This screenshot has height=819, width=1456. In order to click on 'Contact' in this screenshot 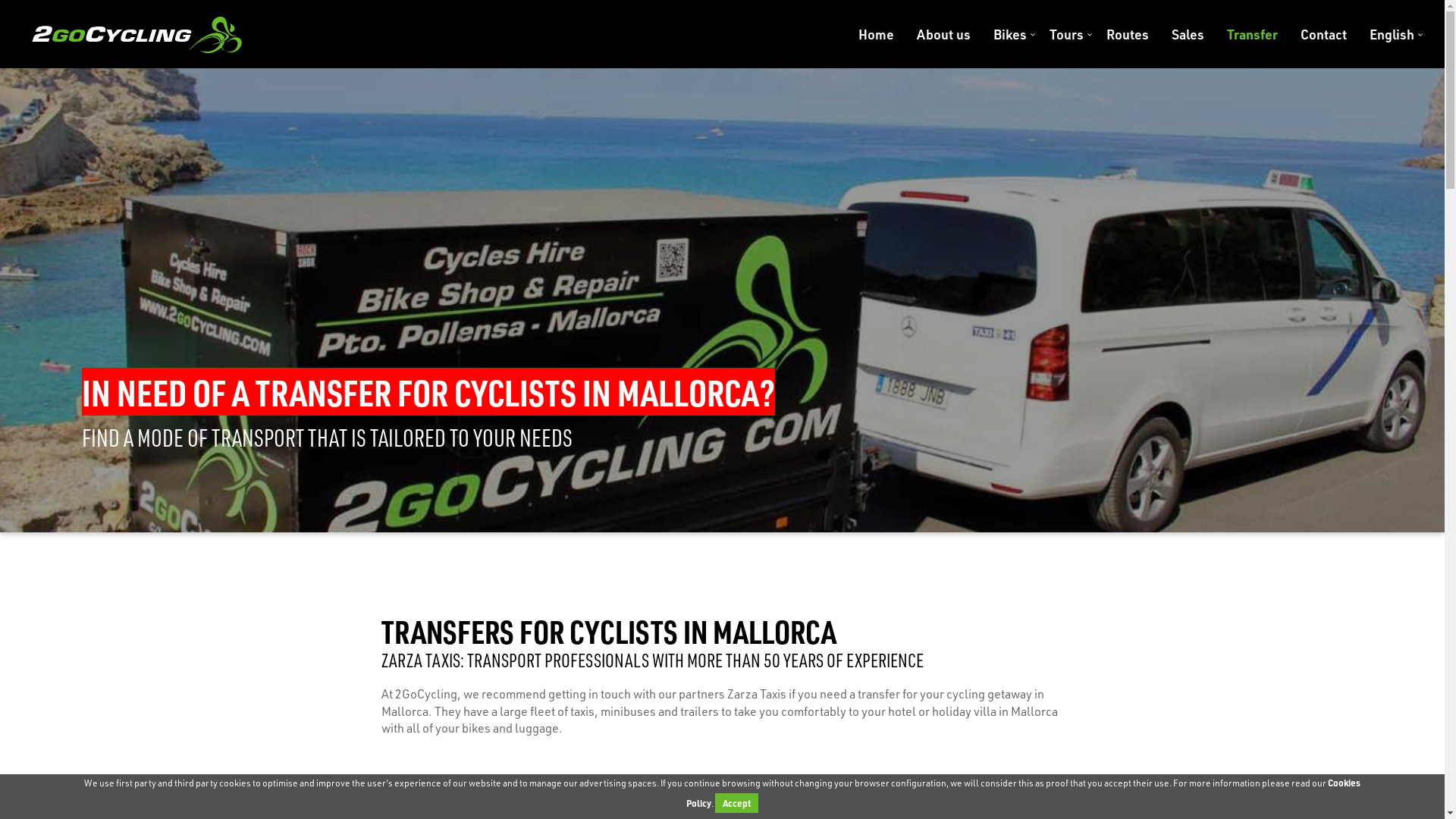, I will do `click(1323, 34)`.